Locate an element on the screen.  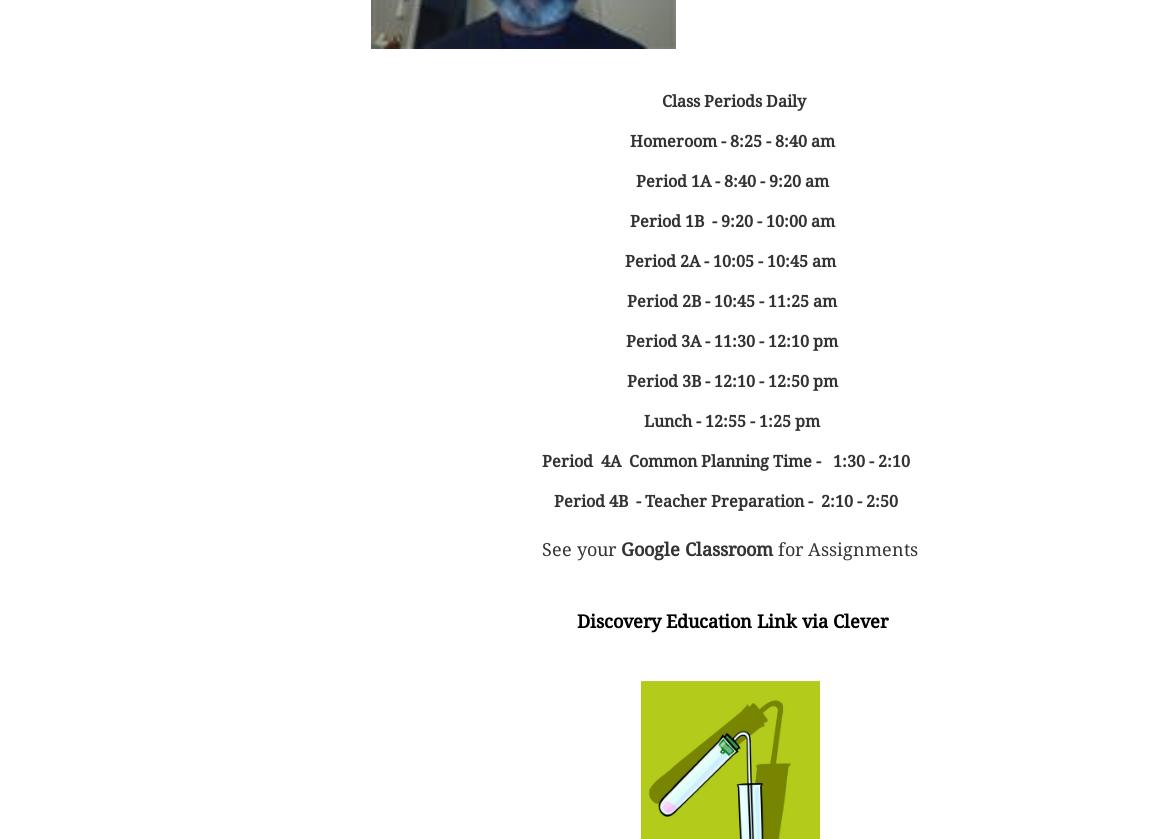
'Period 1B  - 9:20 - 10:00 am' is located at coordinates (731, 220).